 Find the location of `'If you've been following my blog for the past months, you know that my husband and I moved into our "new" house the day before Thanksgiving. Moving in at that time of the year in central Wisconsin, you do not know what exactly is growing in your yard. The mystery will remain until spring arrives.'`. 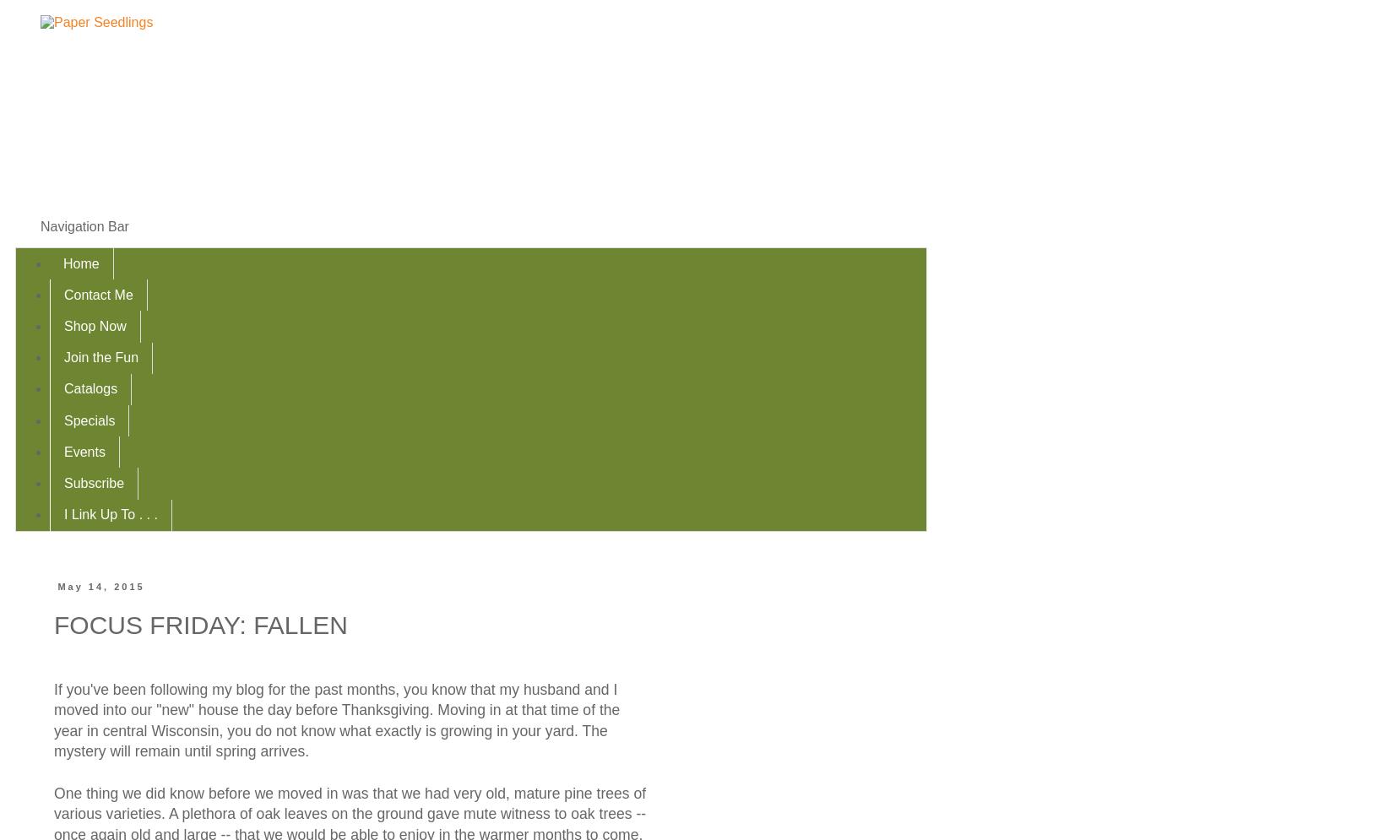

'If you've been following my blog for the past months, you know that my husband and I moved into our "new" house the day before Thanksgiving. Moving in at that time of the year in central Wisconsin, you do not know what exactly is growing in your yard. The mystery will remain until spring arrives.' is located at coordinates (336, 720).